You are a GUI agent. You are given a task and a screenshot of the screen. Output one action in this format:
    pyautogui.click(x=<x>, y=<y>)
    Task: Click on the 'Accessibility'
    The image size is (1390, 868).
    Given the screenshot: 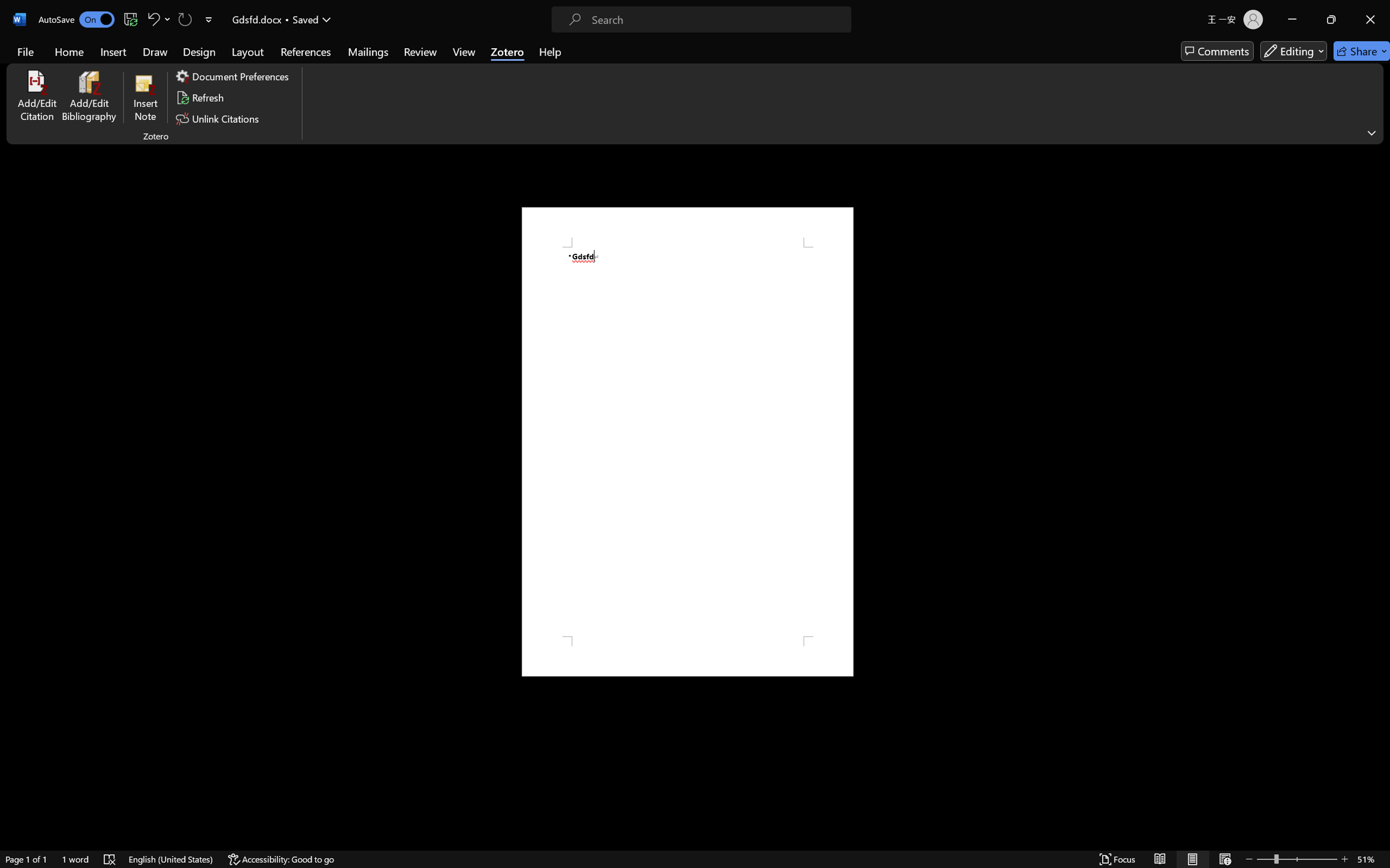 What is the action you would take?
    pyautogui.click(x=1379, y=157)
    